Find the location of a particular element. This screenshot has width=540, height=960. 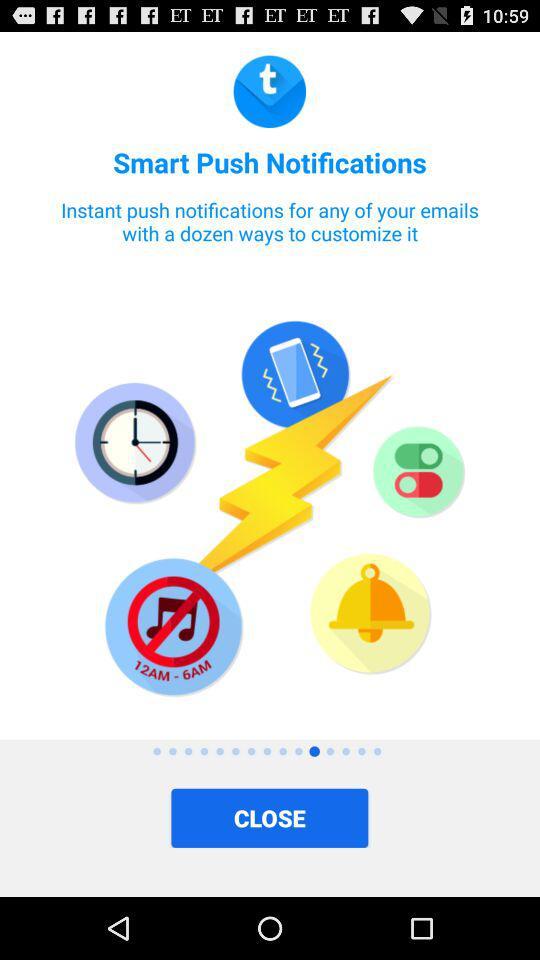

the close icon is located at coordinates (269, 818).